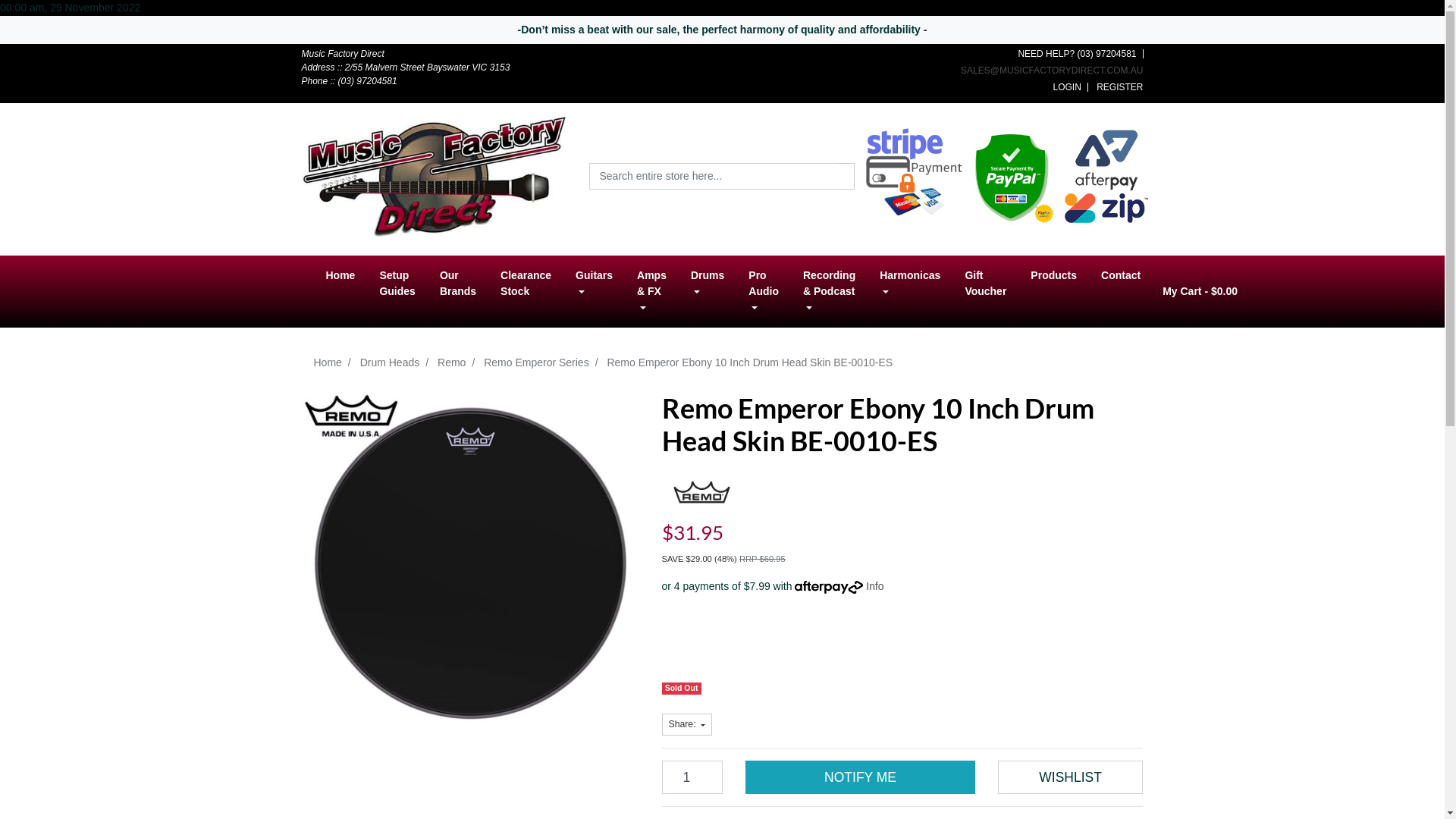 This screenshot has height=819, width=1456. Describe the element at coordinates (1069, 777) in the screenshot. I see `'WISHLIST'` at that location.